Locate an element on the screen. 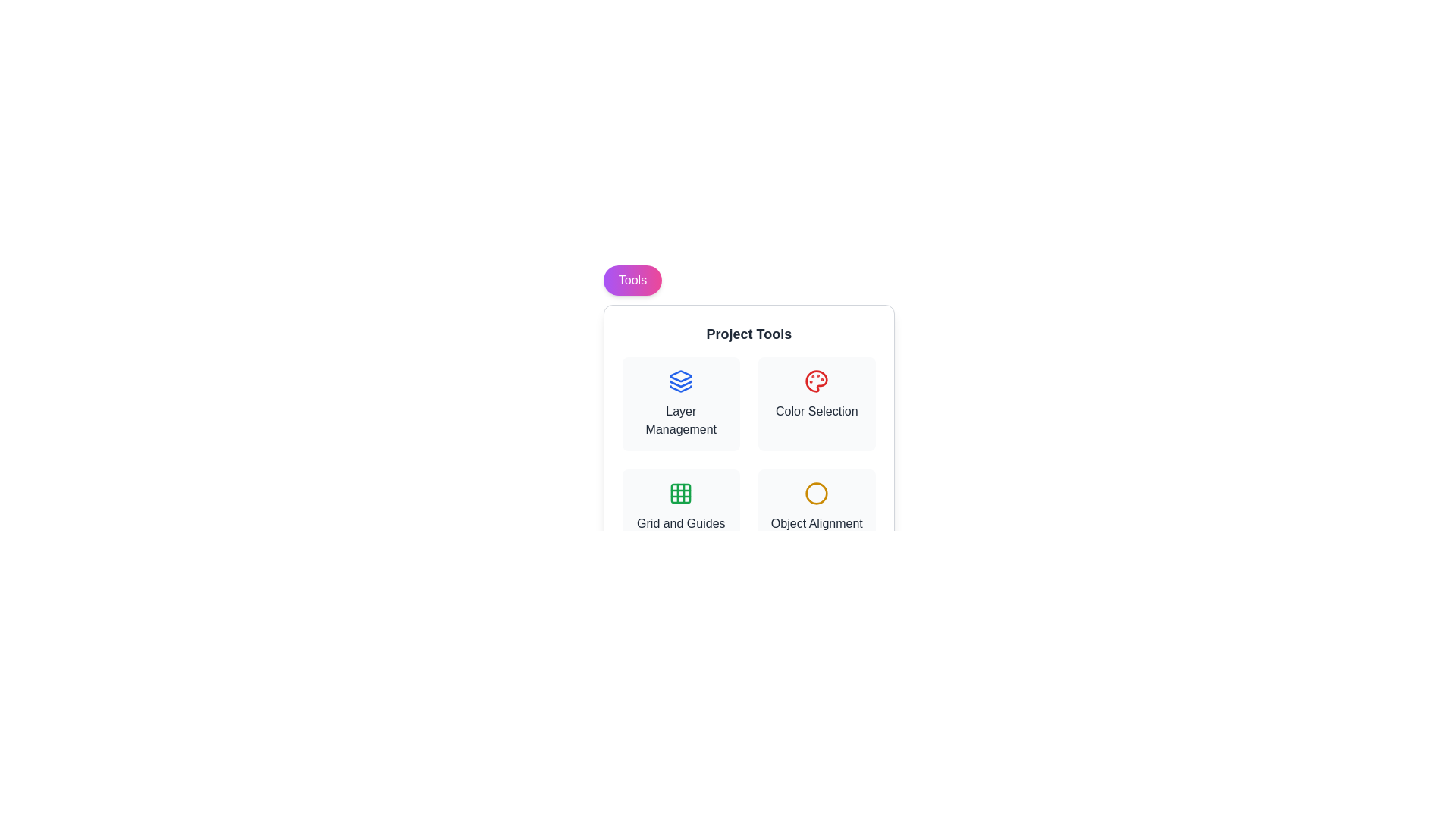 Image resolution: width=1456 pixels, height=819 pixels. the middle layer of the three-layer stacked icon, characterized by a polygonal shape with shades of blue, located within the SVG graphic in the 'Layer Management' card is located at coordinates (680, 383).